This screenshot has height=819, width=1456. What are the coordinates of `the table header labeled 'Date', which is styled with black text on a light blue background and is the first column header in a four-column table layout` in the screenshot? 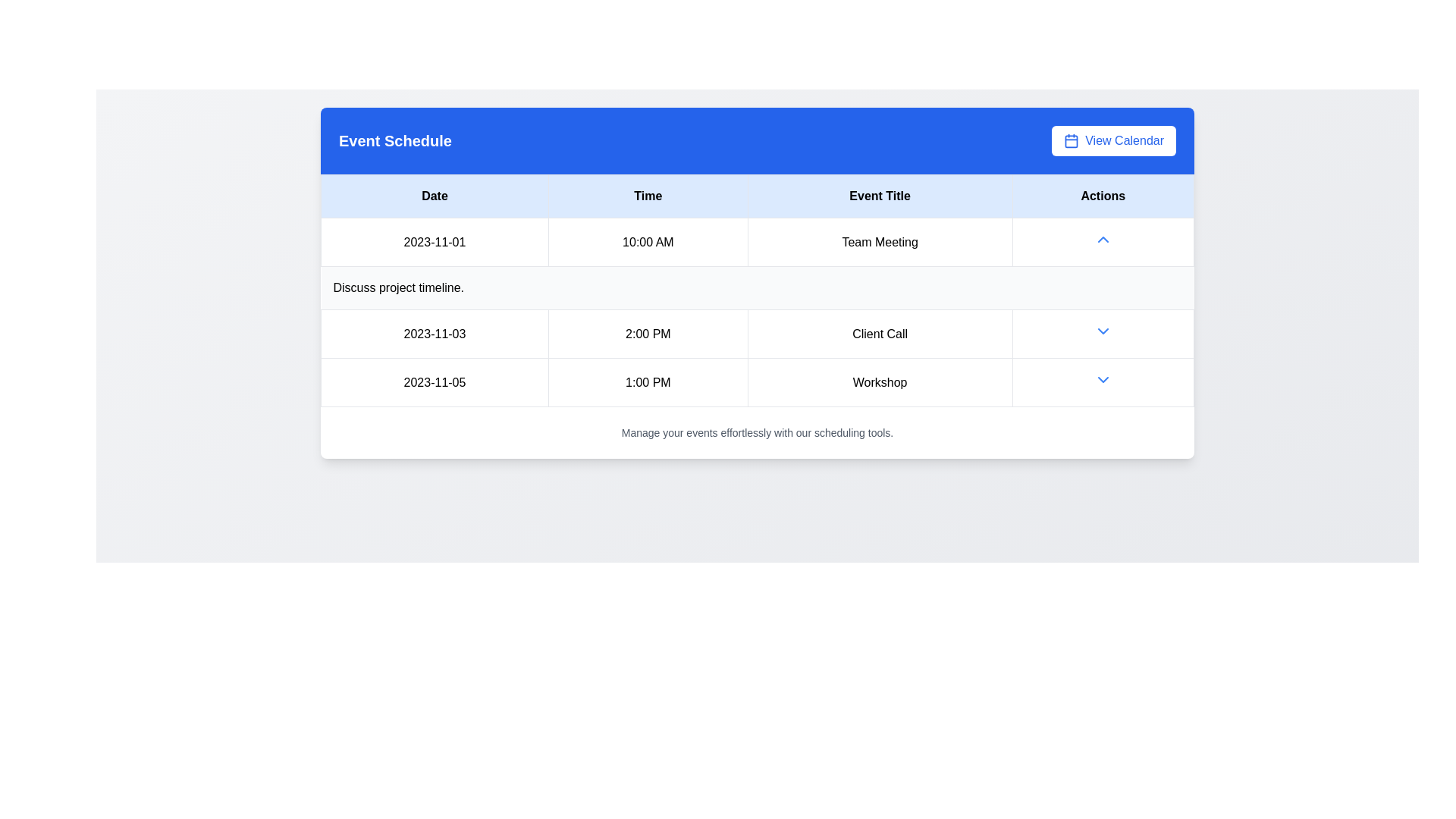 It's located at (434, 195).